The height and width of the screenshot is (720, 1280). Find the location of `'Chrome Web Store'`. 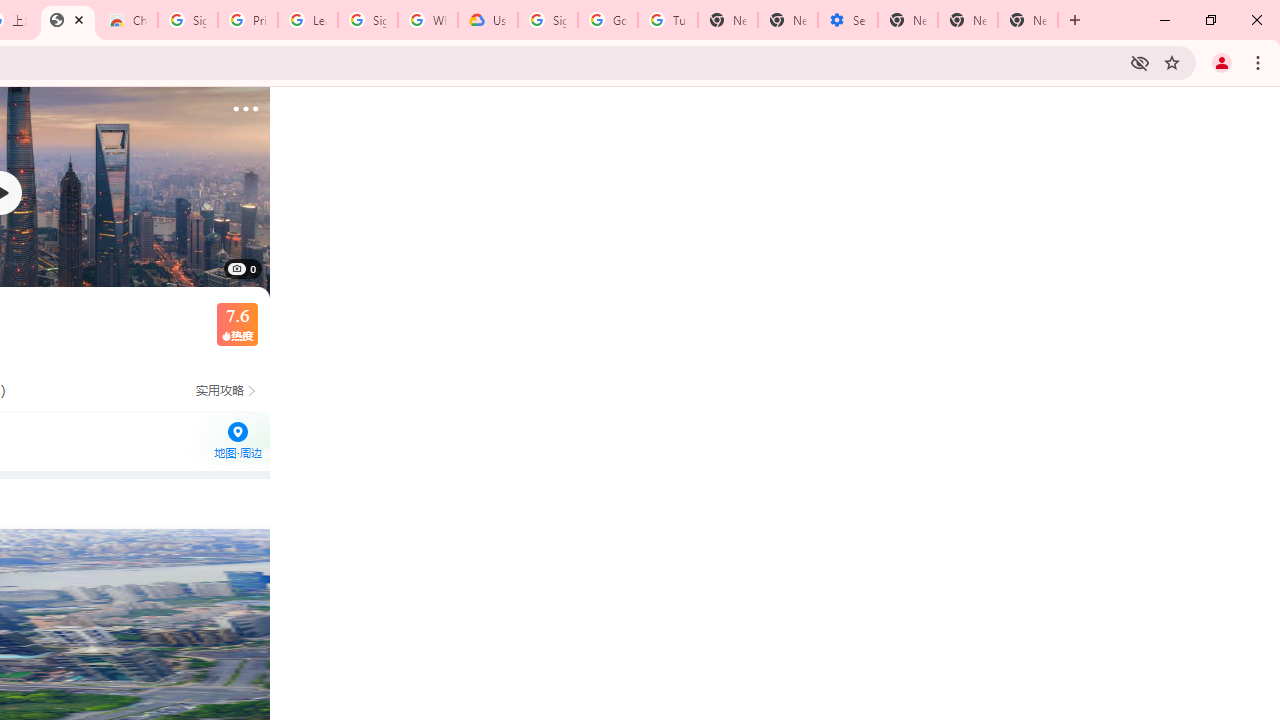

'Chrome Web Store' is located at coordinates (127, 20).